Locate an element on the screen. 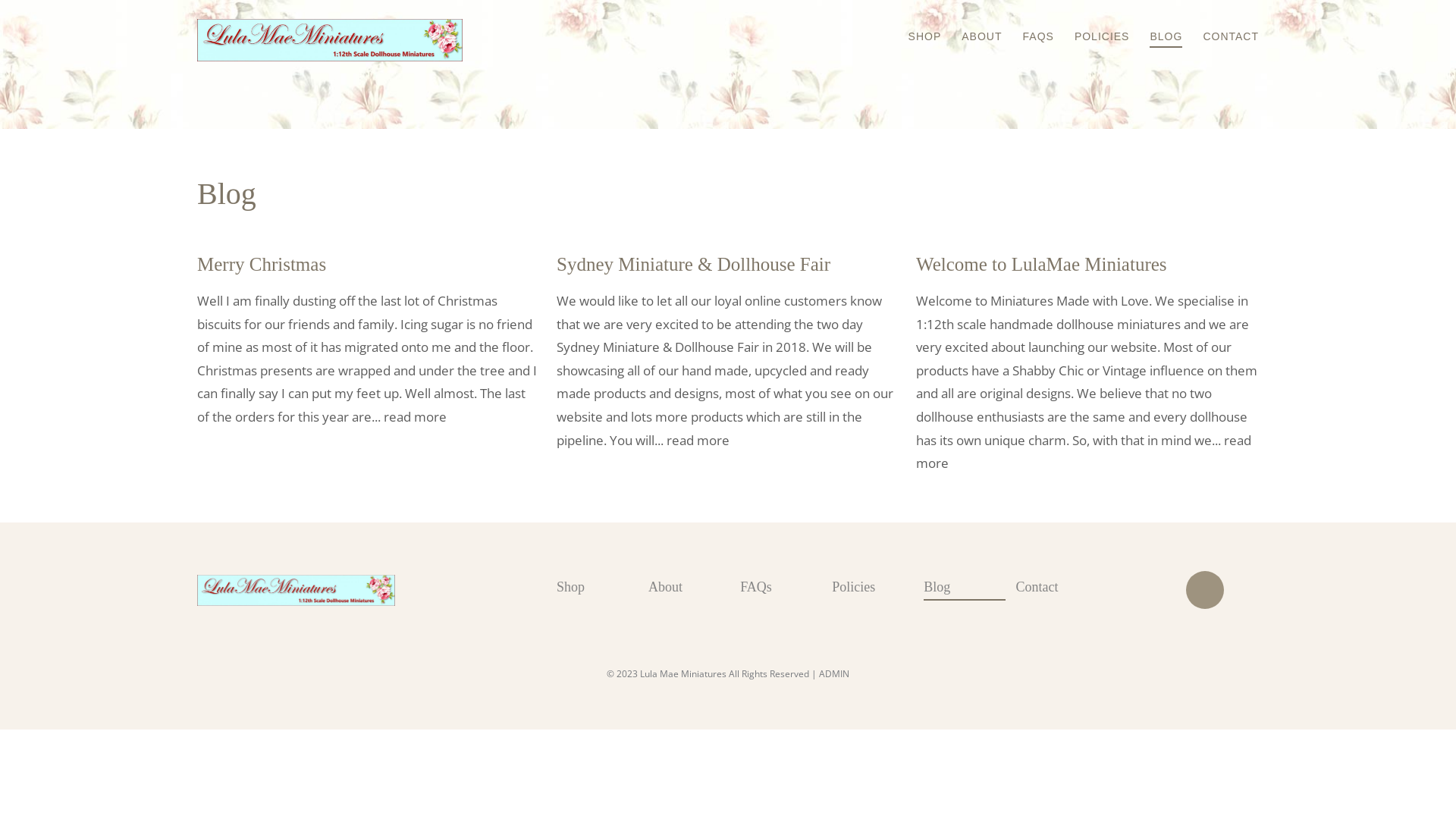 This screenshot has width=1456, height=819. 'POLICIES' is located at coordinates (1093, 26).